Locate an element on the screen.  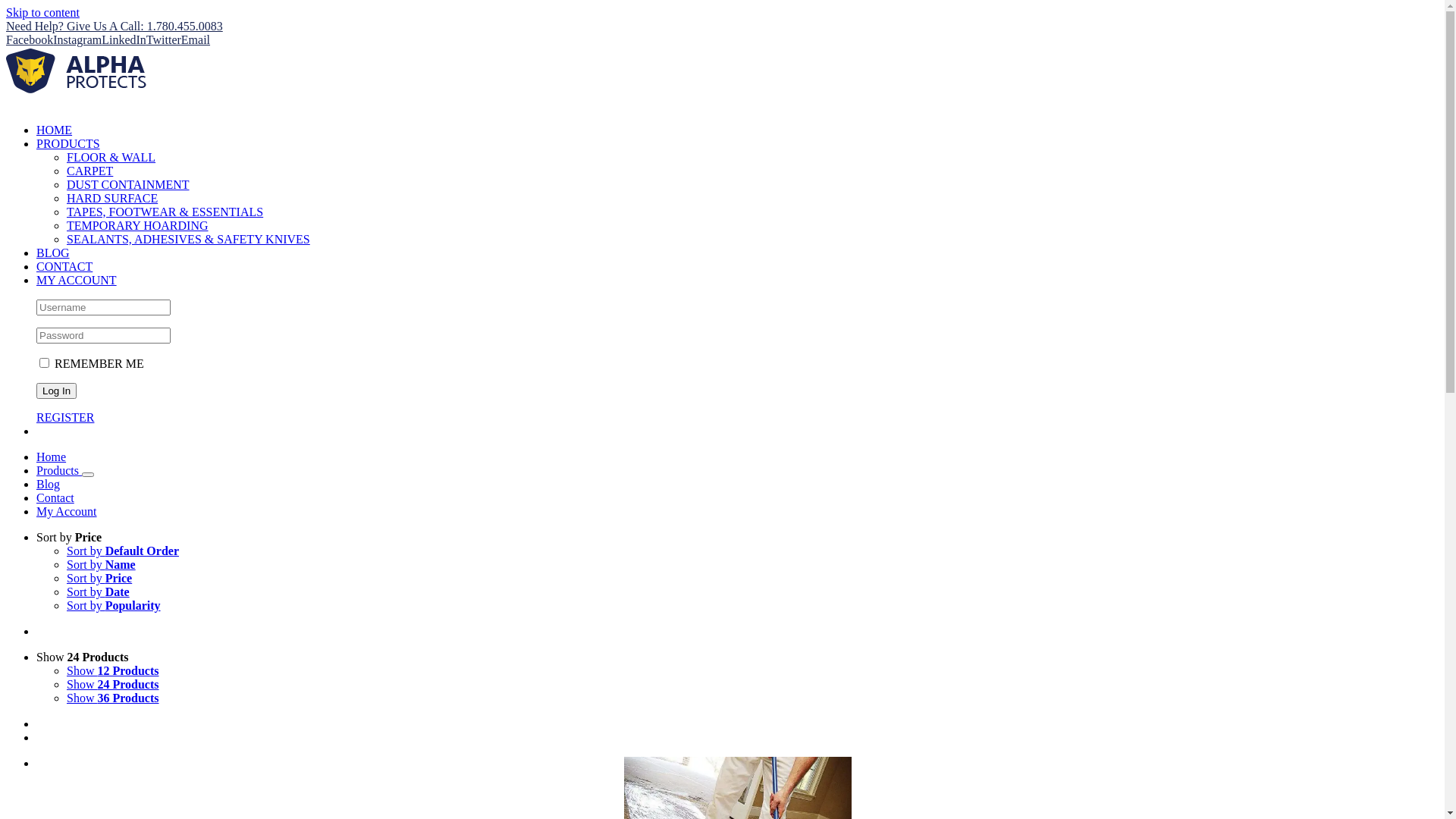
'Sort by Name' is located at coordinates (100, 564).